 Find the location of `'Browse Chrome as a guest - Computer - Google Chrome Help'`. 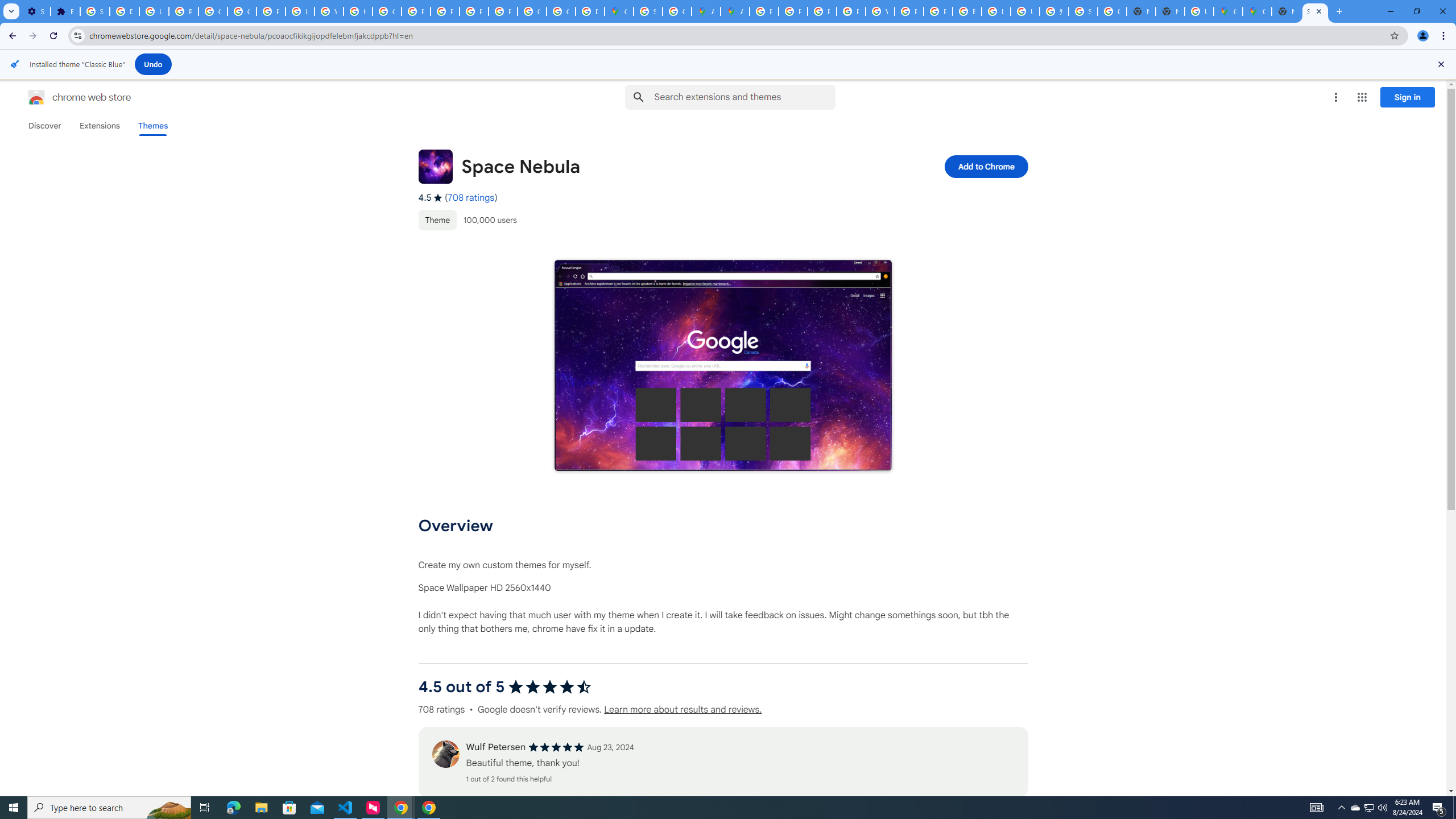

'Browse Chrome as a guest - Computer - Google Chrome Help' is located at coordinates (967, 11).